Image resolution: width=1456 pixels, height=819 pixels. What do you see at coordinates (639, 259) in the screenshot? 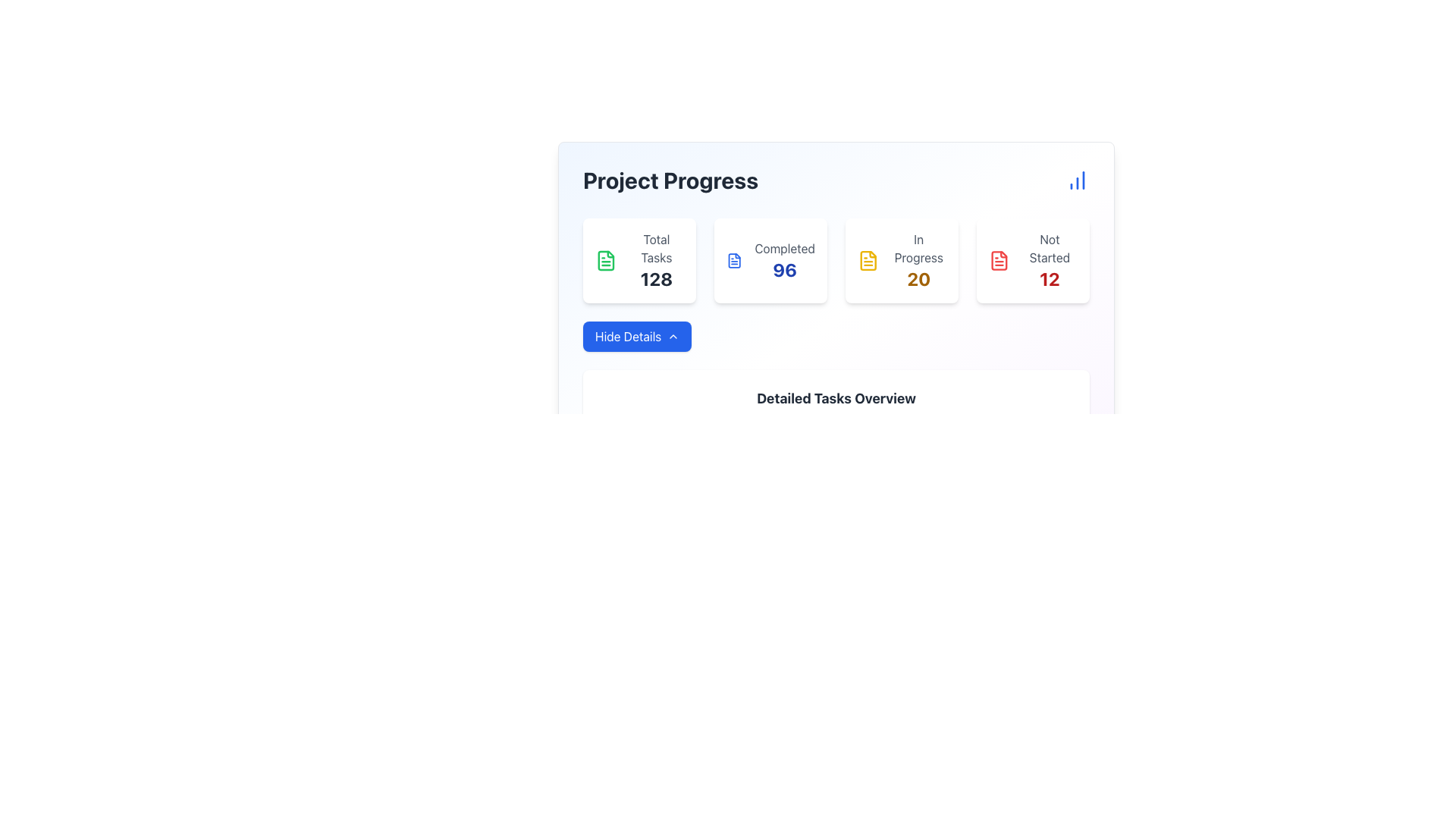
I see `the first card component that summarizes the total number of tasks in the project to highlight it` at bounding box center [639, 259].